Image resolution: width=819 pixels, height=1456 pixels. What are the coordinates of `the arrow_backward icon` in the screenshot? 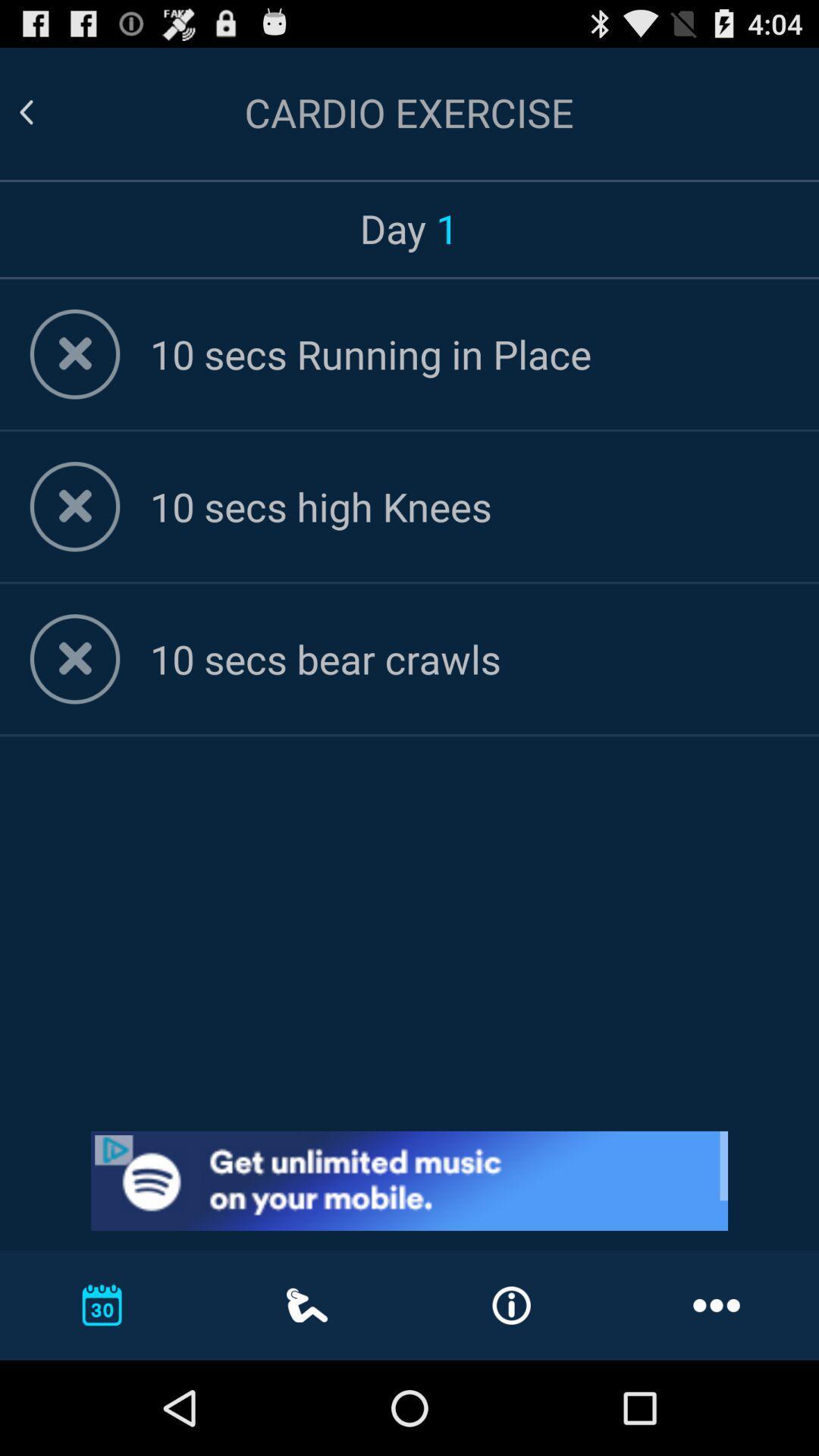 It's located at (44, 119).